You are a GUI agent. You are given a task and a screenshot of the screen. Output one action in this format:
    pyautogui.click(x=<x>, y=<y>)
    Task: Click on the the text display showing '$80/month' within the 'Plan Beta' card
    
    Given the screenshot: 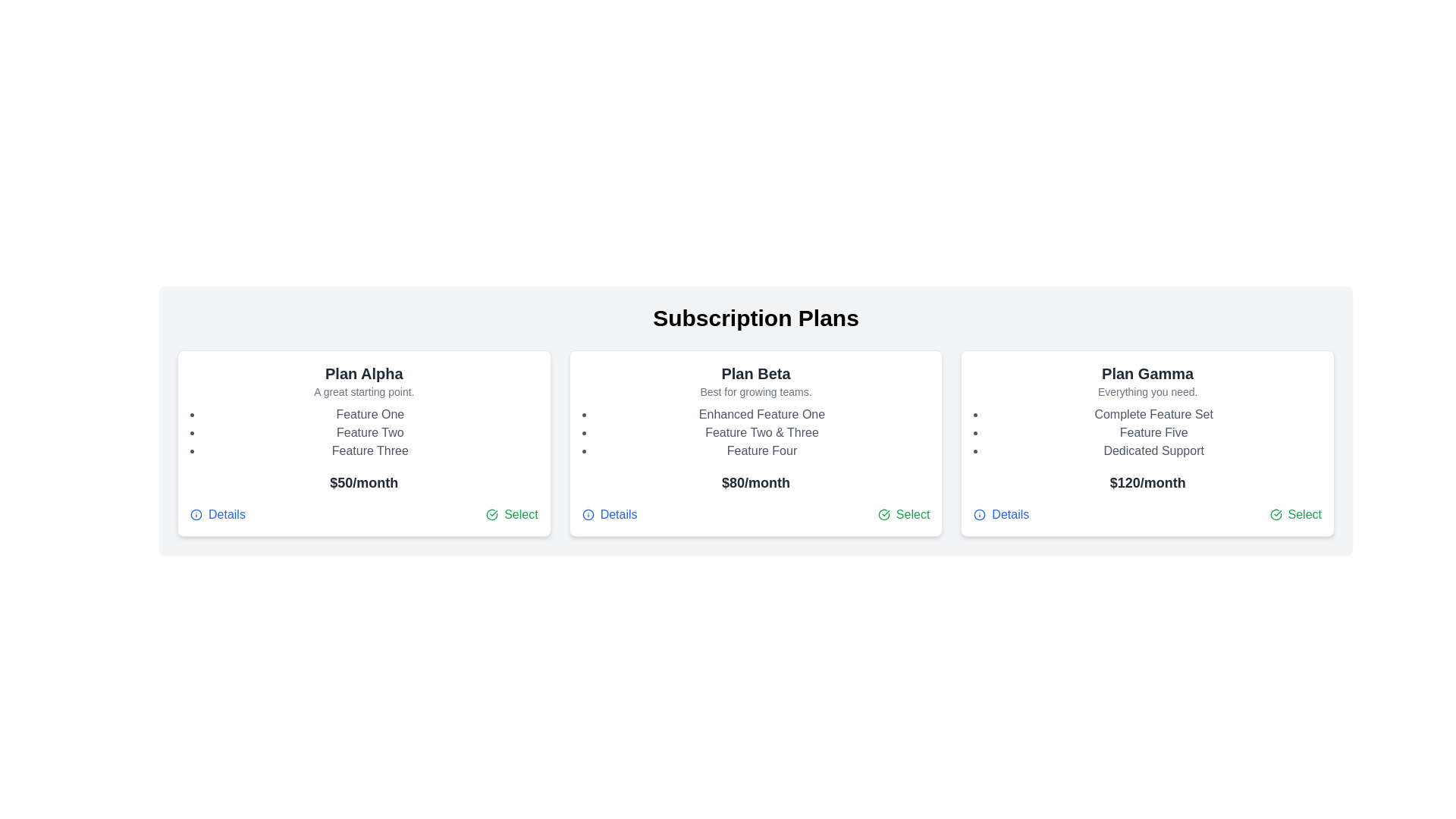 What is the action you would take?
    pyautogui.click(x=756, y=482)
    